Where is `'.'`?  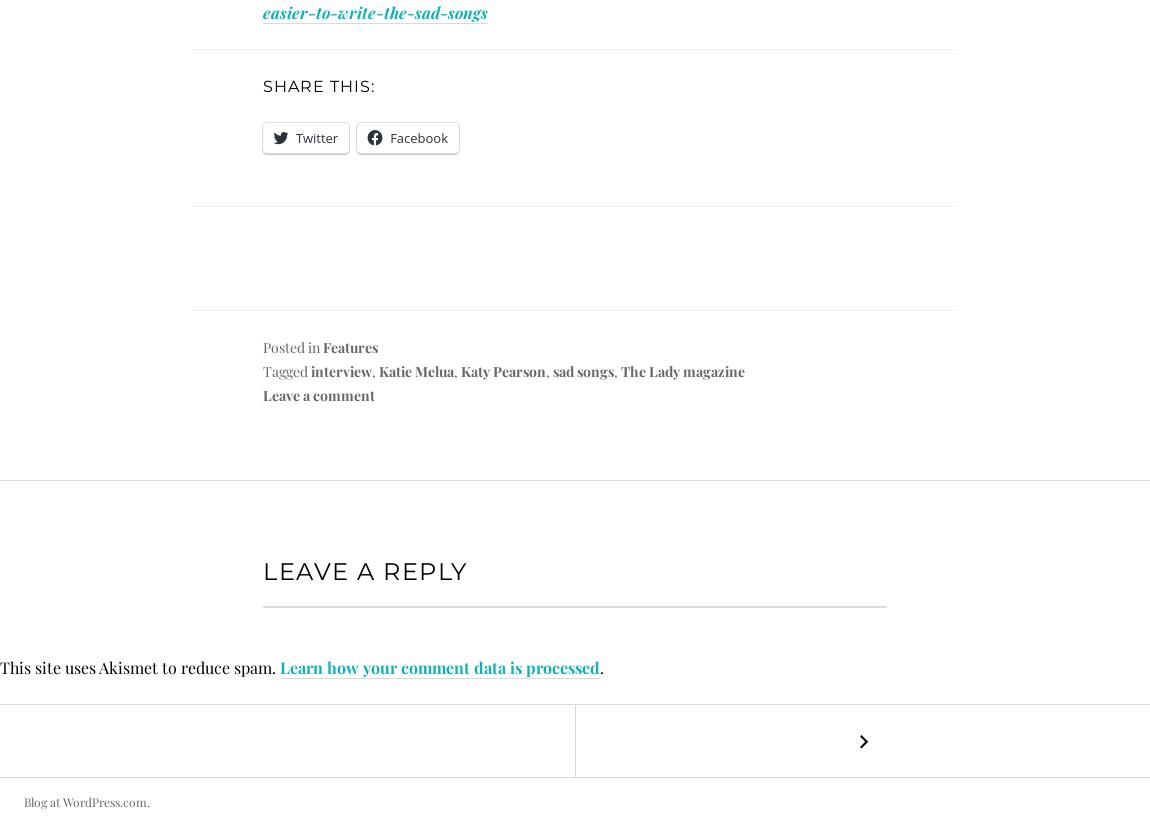
'.' is located at coordinates (601, 667).